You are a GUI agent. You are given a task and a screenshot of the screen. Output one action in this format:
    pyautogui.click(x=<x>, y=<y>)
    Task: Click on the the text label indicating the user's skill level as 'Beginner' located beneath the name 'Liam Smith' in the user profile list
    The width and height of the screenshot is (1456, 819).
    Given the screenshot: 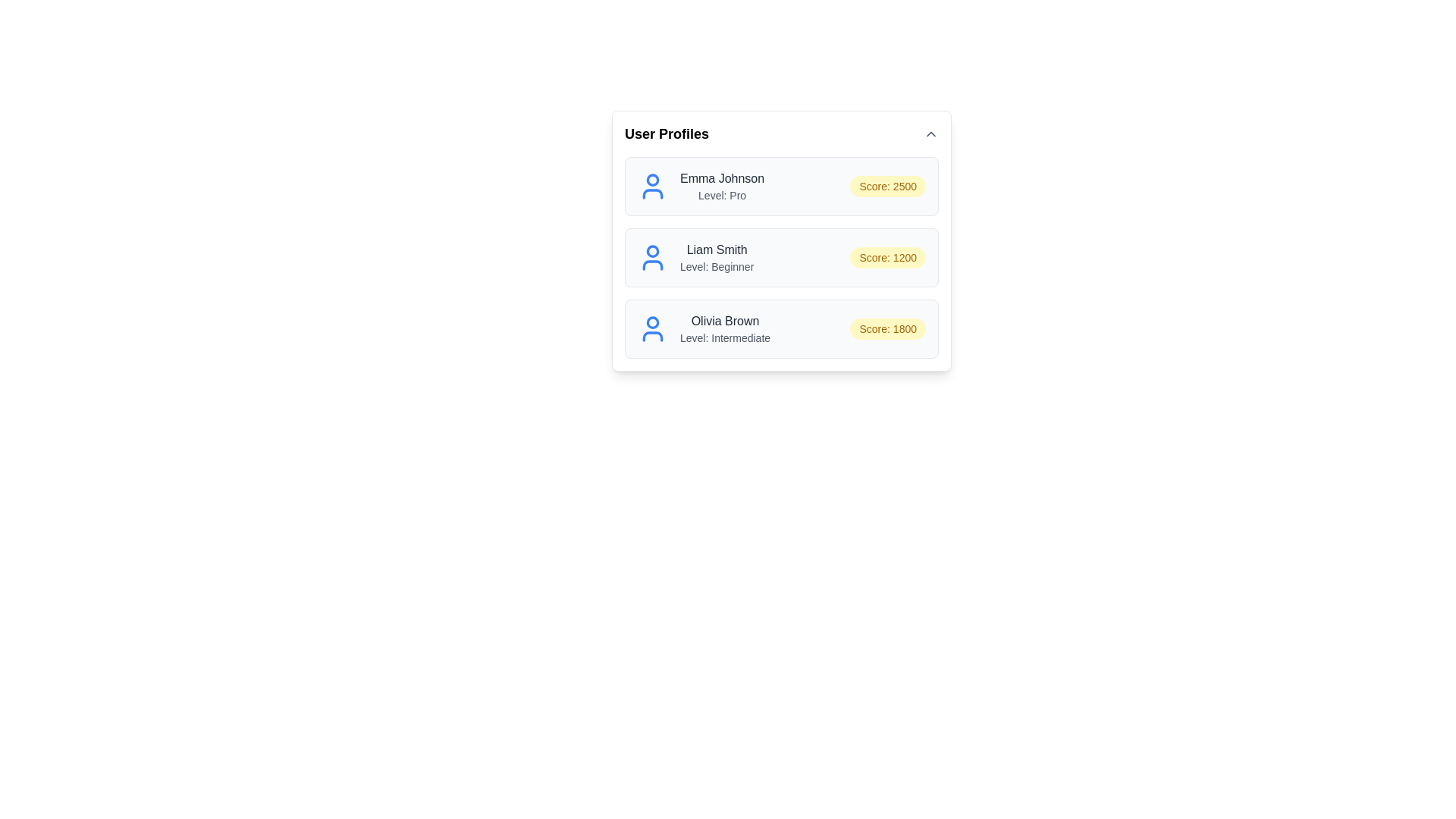 What is the action you would take?
    pyautogui.click(x=716, y=265)
    